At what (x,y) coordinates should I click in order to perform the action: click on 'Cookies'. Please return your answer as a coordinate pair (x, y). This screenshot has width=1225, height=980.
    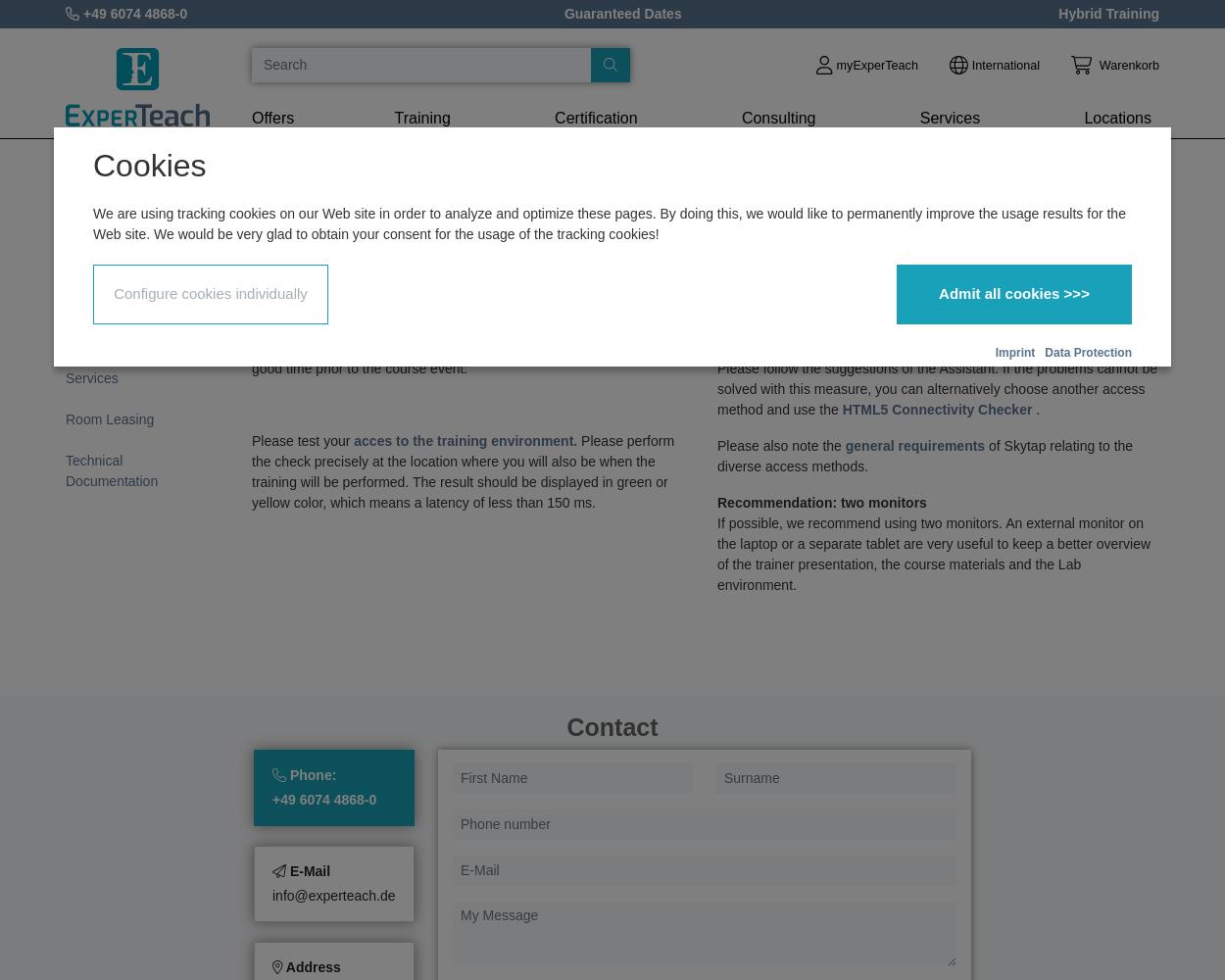
    Looking at the image, I should click on (149, 166).